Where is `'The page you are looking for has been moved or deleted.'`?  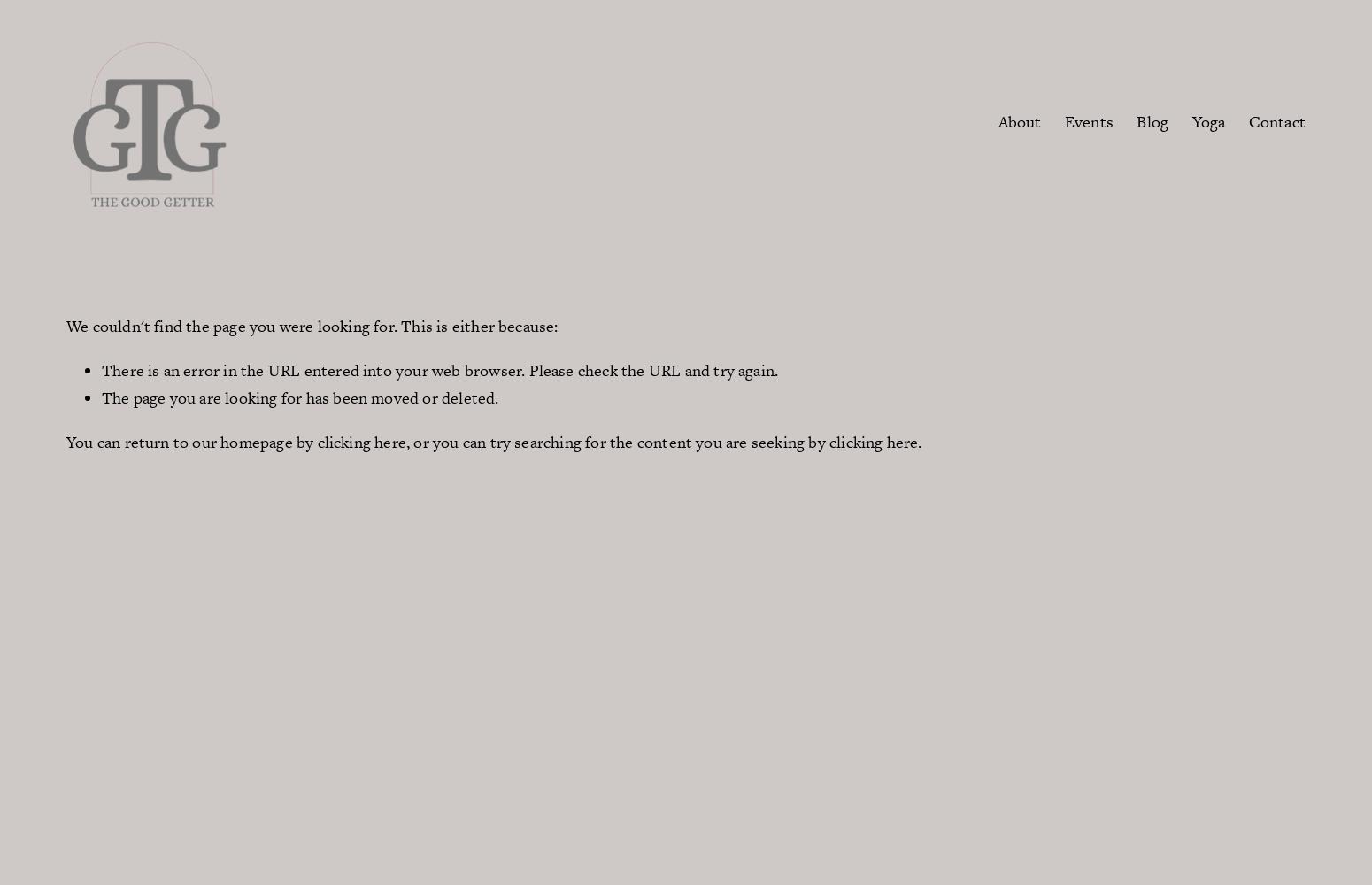 'The page you are looking for has been moved or deleted.' is located at coordinates (298, 396).